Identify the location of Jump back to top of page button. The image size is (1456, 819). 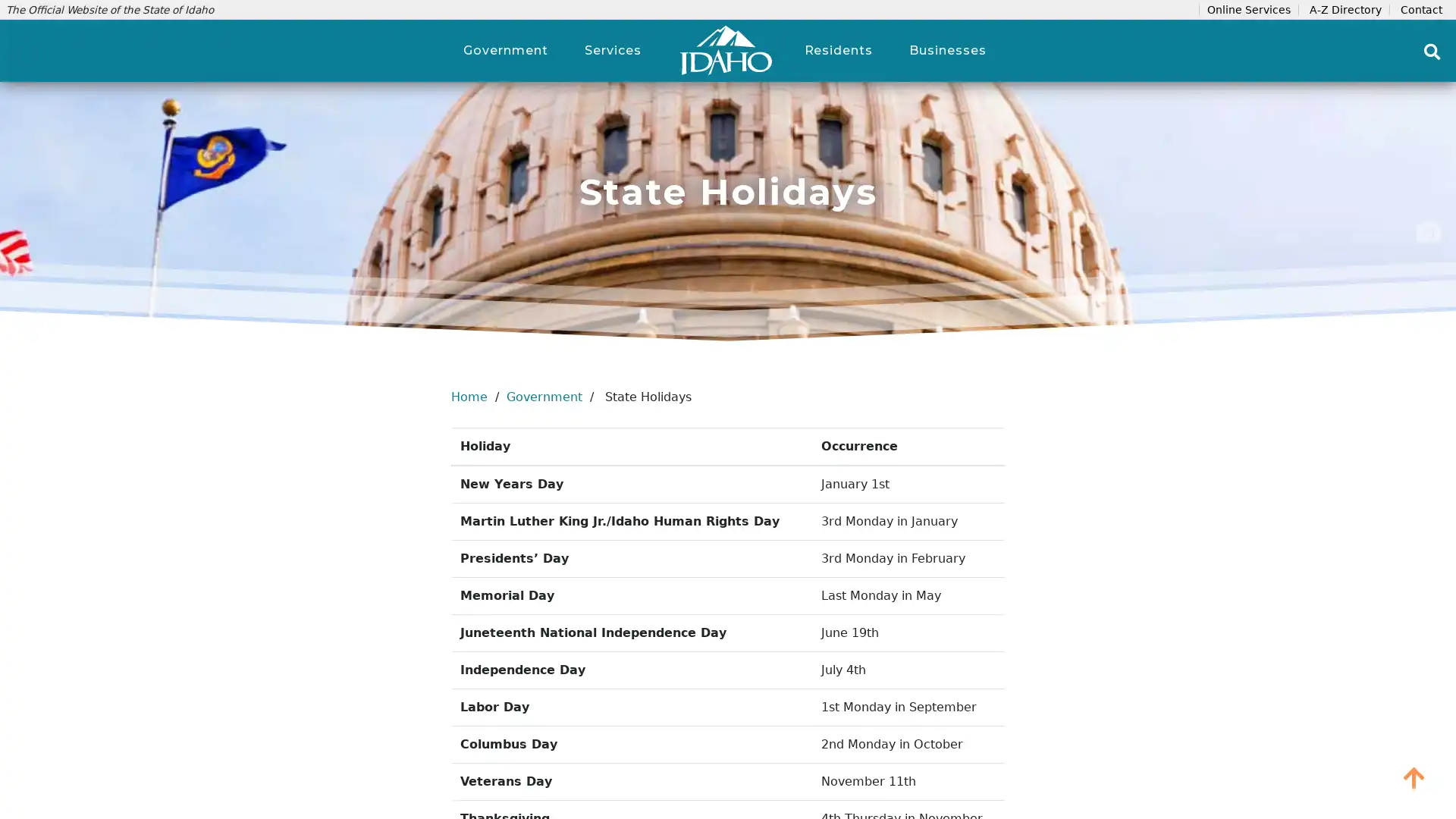
(1414, 777).